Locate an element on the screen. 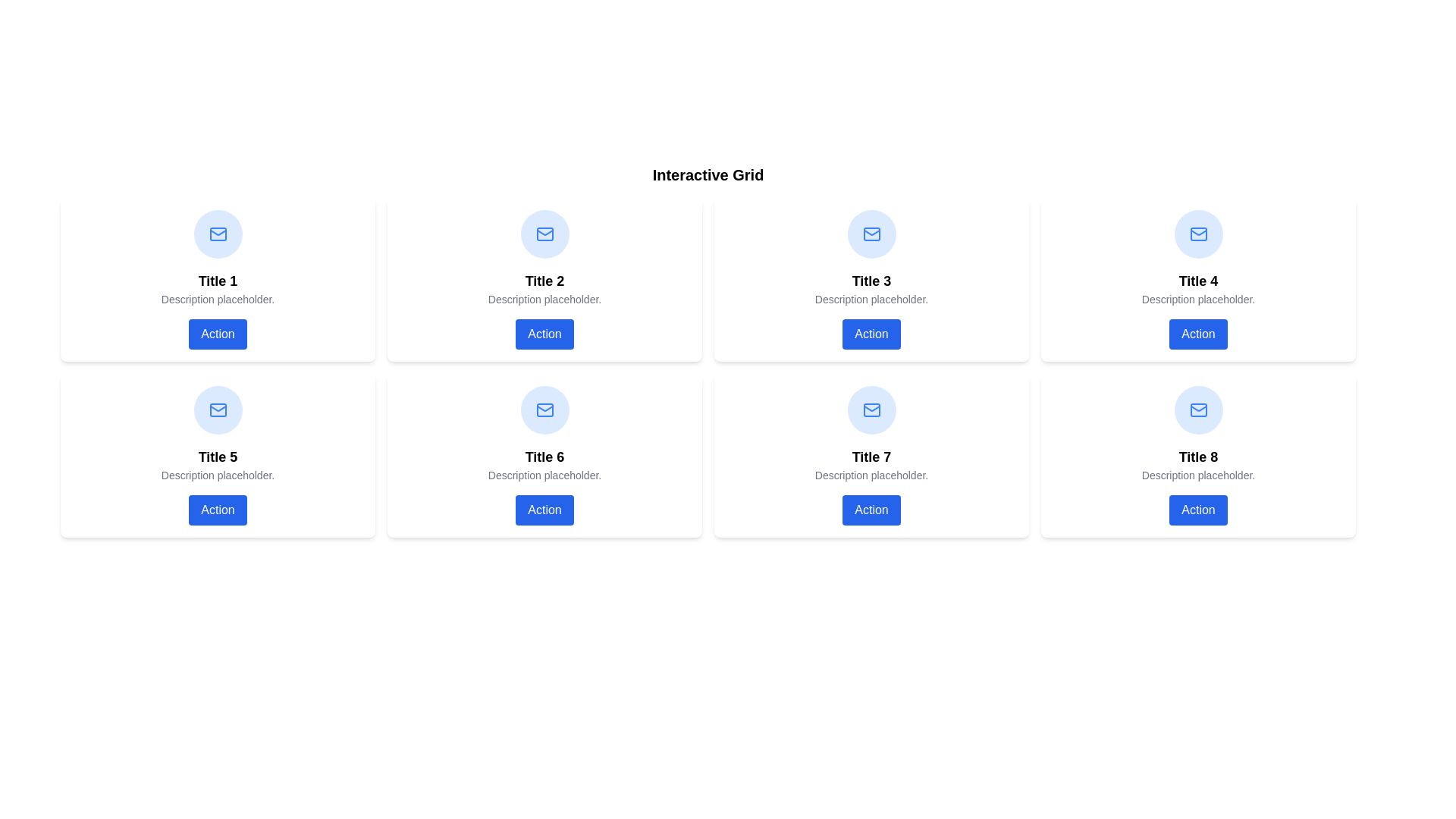 Image resolution: width=1456 pixels, height=819 pixels. the static text label located below 'Title 3' and above the 'Action' button in the upper row, third card from the left is located at coordinates (871, 299).